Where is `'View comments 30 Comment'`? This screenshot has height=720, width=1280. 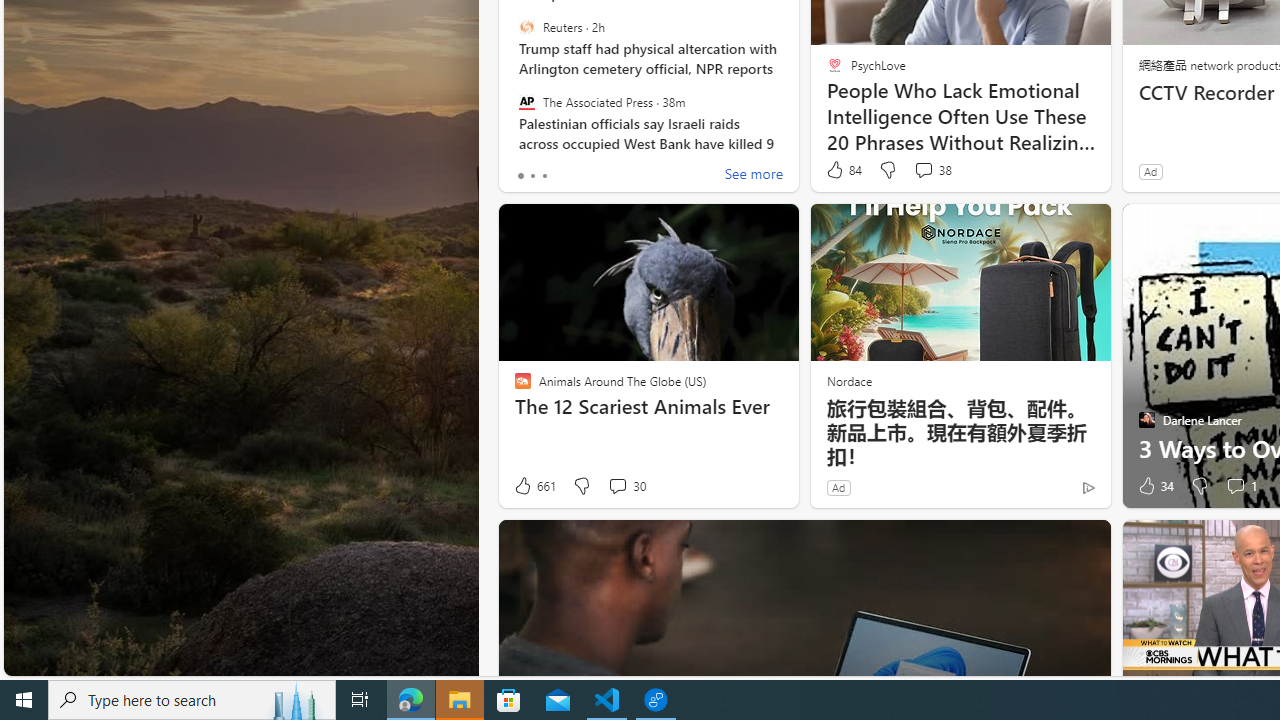 'View comments 30 Comment' is located at coordinates (616, 486).